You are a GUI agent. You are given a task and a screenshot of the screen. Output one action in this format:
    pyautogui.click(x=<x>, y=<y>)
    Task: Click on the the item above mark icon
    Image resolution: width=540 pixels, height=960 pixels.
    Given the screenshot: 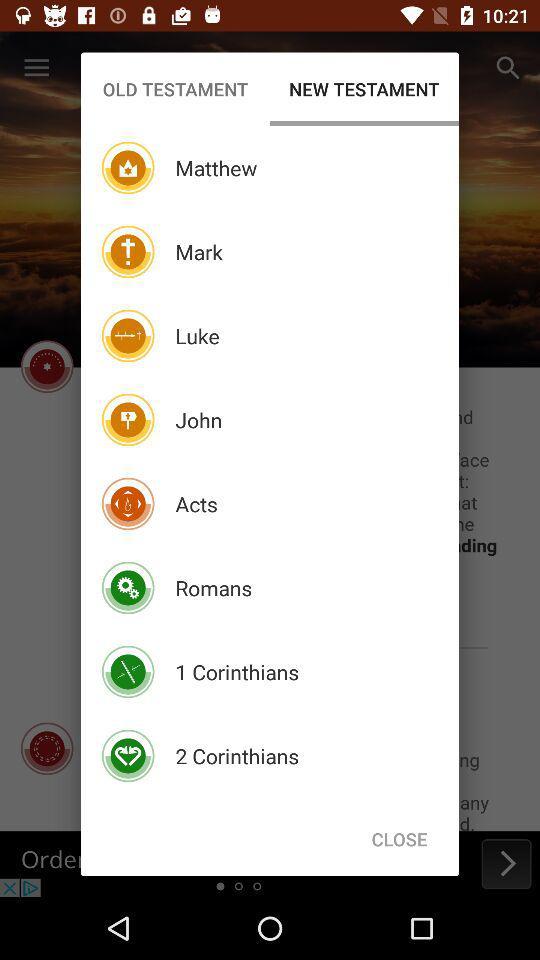 What is the action you would take?
    pyautogui.click(x=215, y=167)
    